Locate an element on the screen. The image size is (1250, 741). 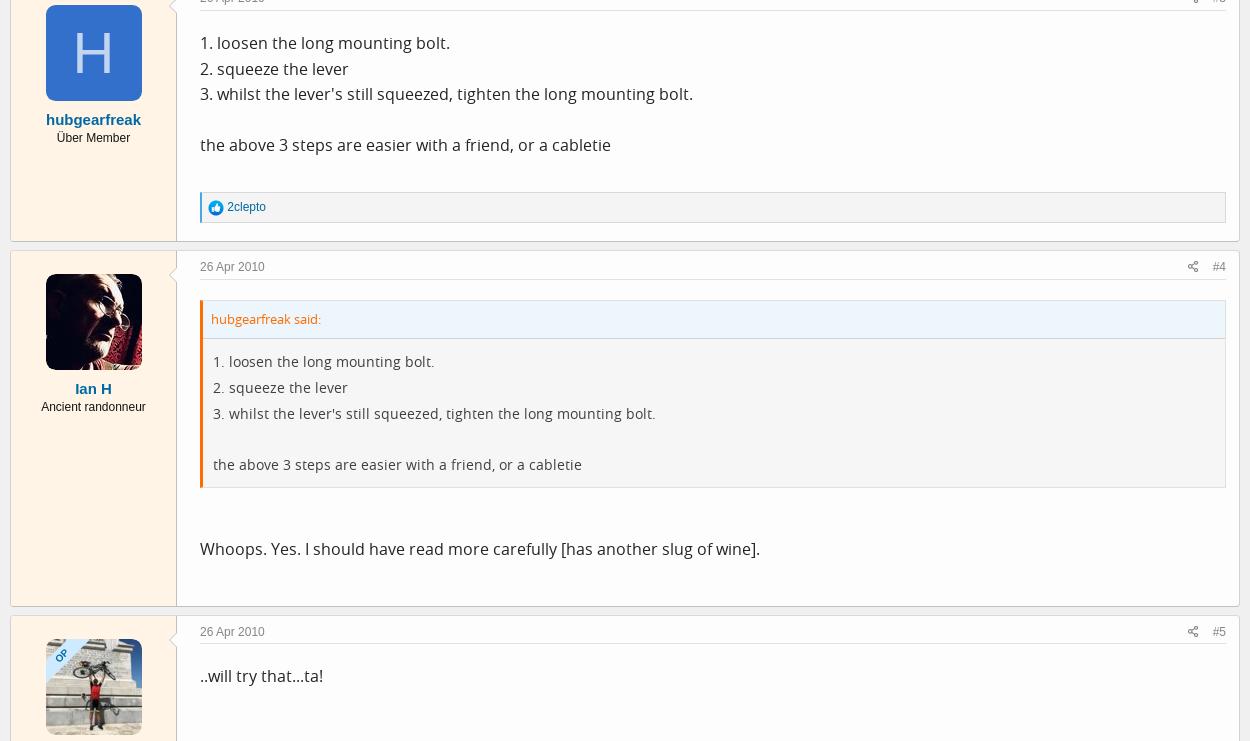
'hubgearfreak' is located at coordinates (91, 117).